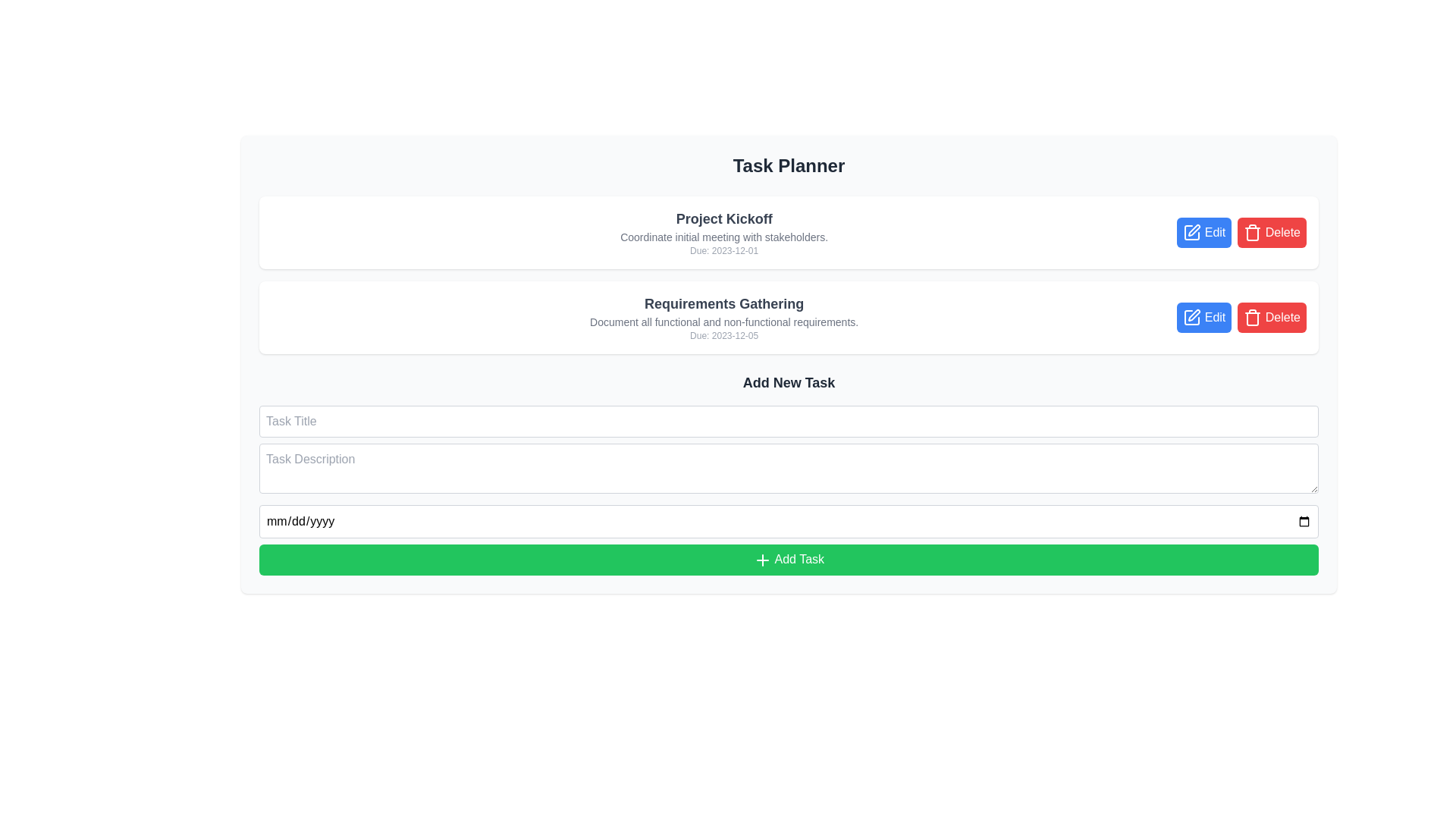 Image resolution: width=1456 pixels, height=819 pixels. Describe the element at coordinates (723, 317) in the screenshot. I see `the text within the Text Content Block that displays task details, including the title, description, and due date, for further actions` at that location.